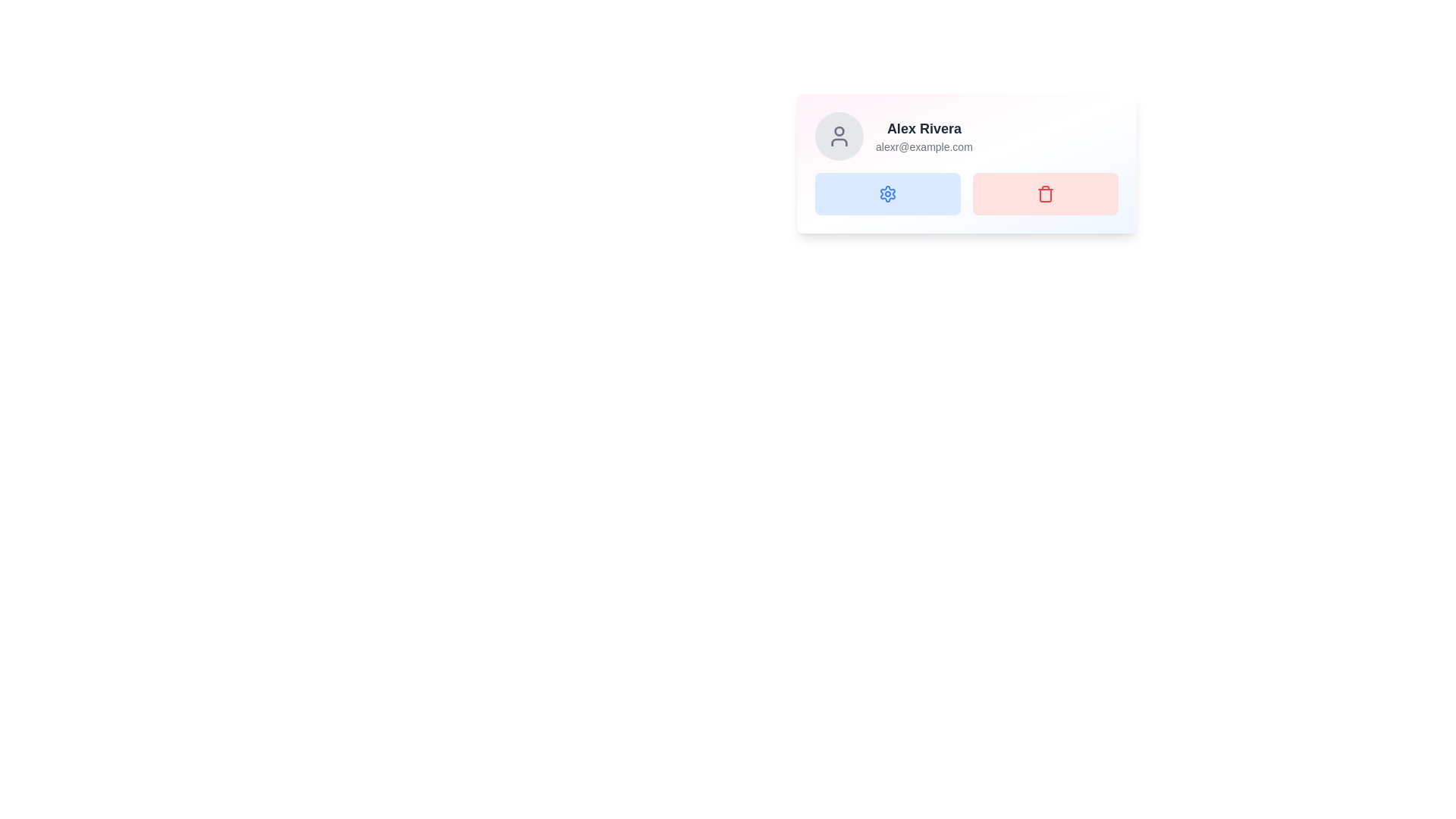 The width and height of the screenshot is (1456, 819). What do you see at coordinates (888, 193) in the screenshot?
I see `the gear icon` at bounding box center [888, 193].